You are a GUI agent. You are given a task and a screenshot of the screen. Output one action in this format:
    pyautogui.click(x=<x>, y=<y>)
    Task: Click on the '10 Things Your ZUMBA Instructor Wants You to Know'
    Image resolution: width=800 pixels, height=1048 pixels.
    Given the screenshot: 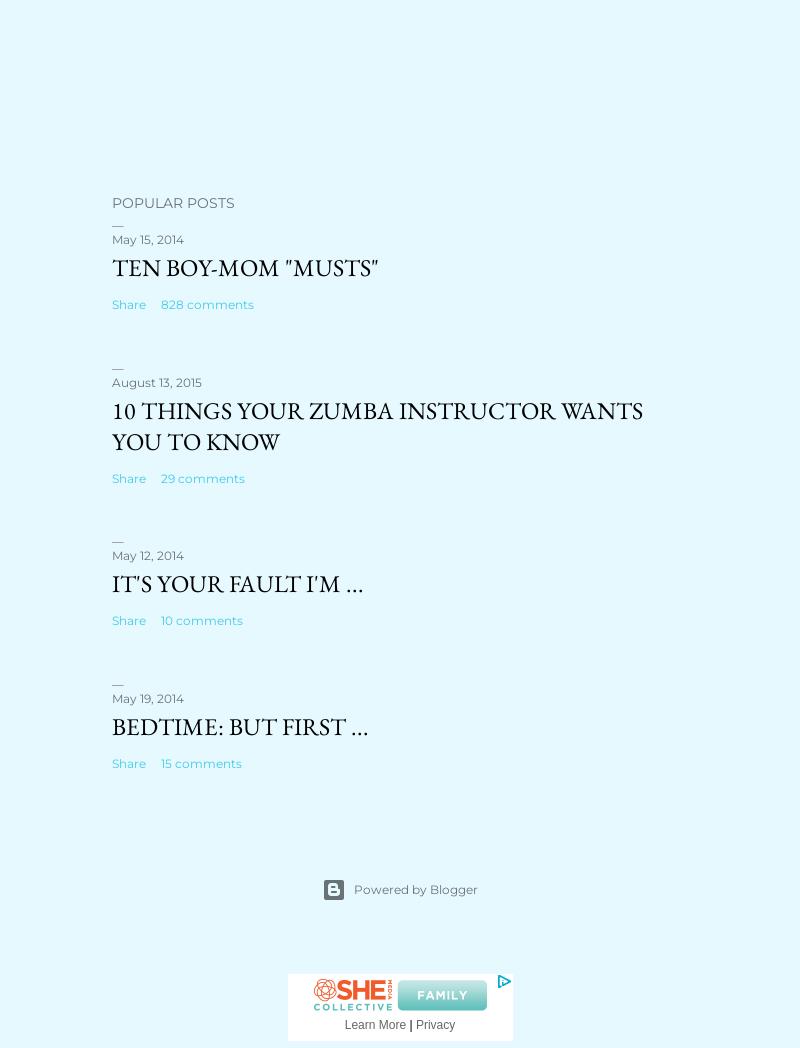 What is the action you would take?
    pyautogui.click(x=111, y=424)
    